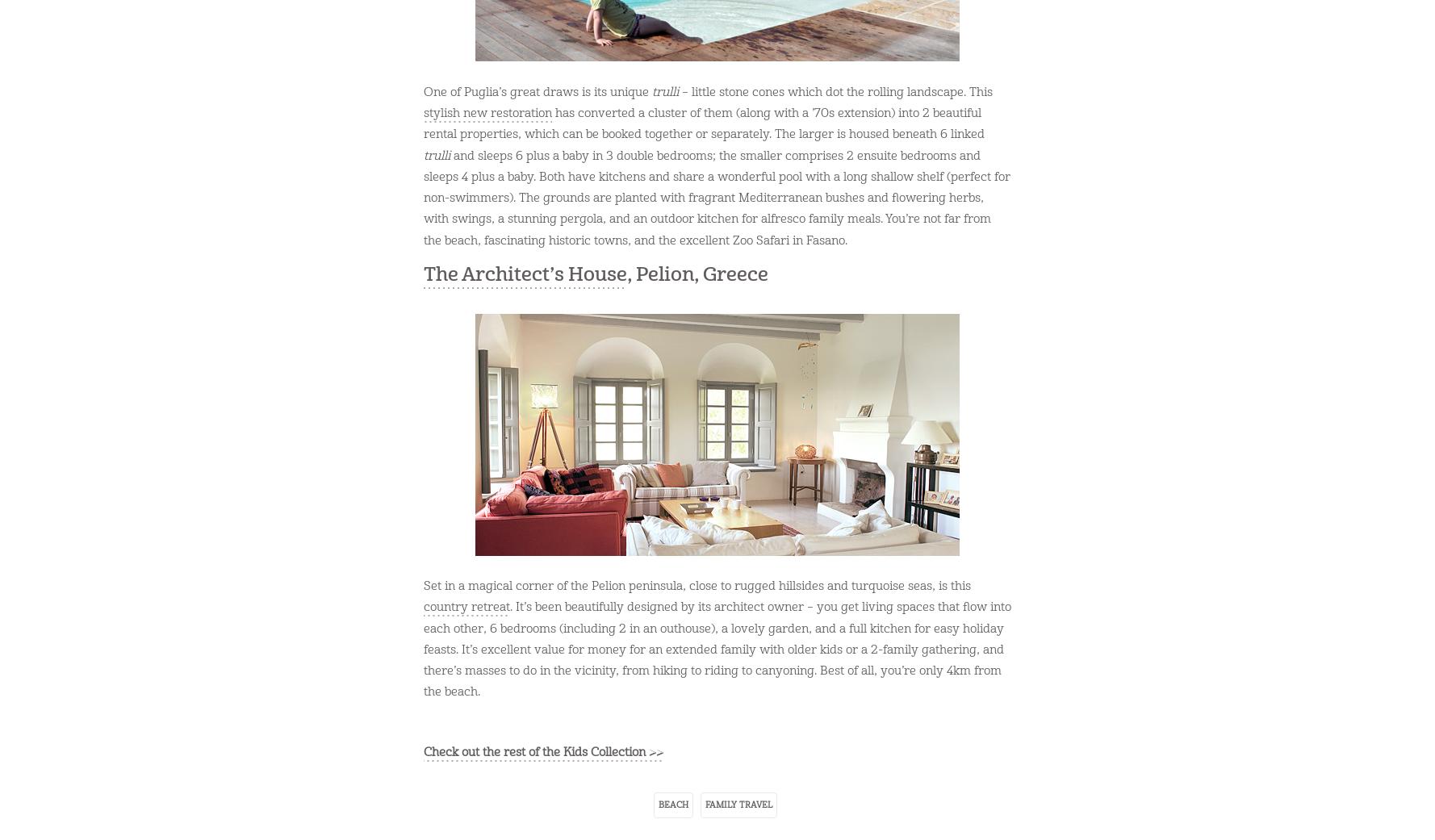  Describe the element at coordinates (717, 650) in the screenshot. I see `'. It’s been beautifully designed by its architect owner – you get living spaces that flow into each other, 6 bedrooms (including 2 in an outhouse), a lovely garden, and a full kitchen for easy holiday feasts. It’s excellent value for money for an extended family with older kids or a 2-family gathering, and there’s masses to do in the vicinity, from hiking to riding to canyoning. Best of all, you’re only 4km from the beach.'` at that location.